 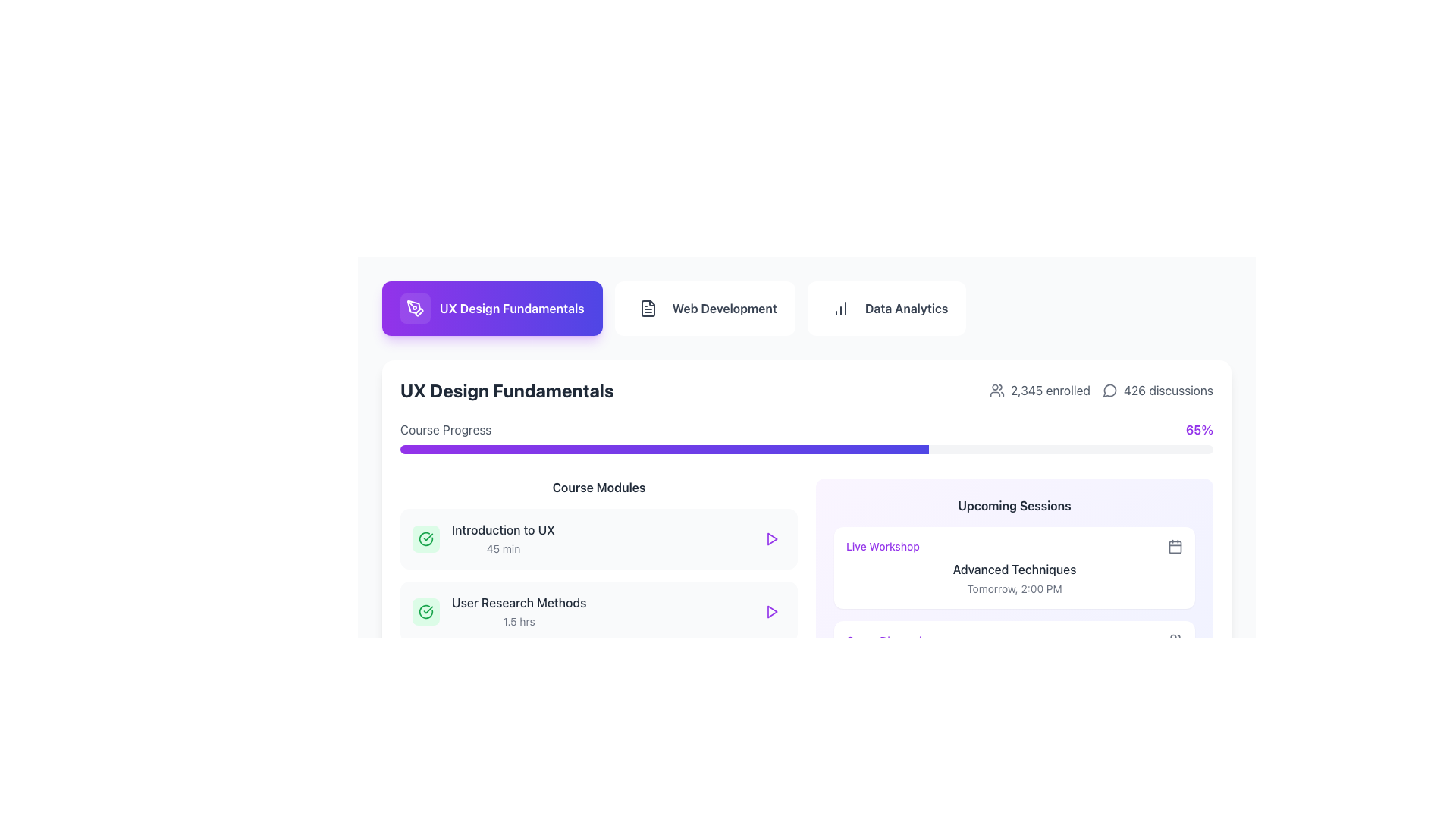 I want to click on the main title text element for the course currently being viewed, which is positioned under the 'UX Design Fundamentals' button with a purple background, so click(x=507, y=390).